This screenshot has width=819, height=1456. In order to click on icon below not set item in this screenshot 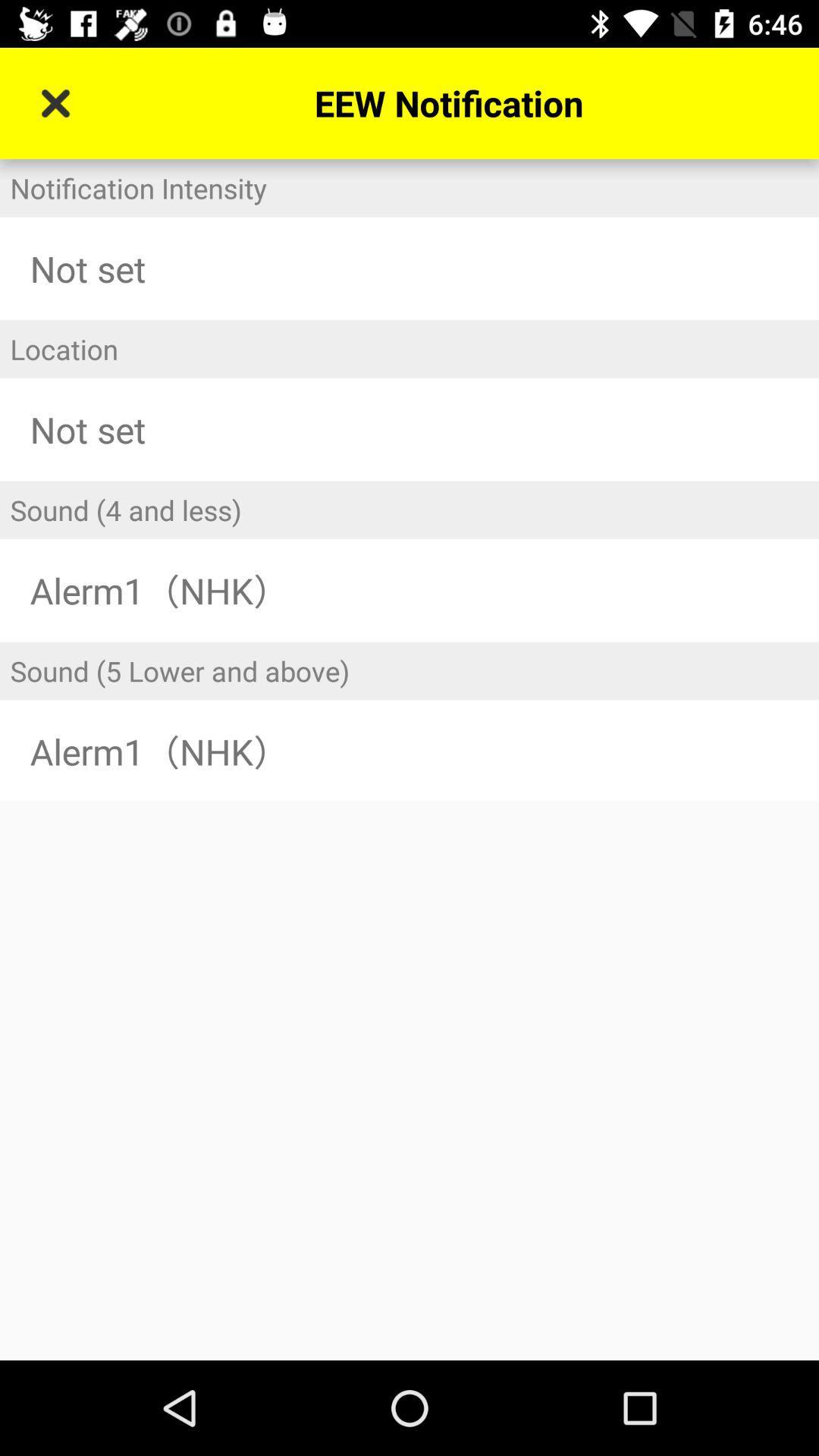, I will do `click(409, 348)`.